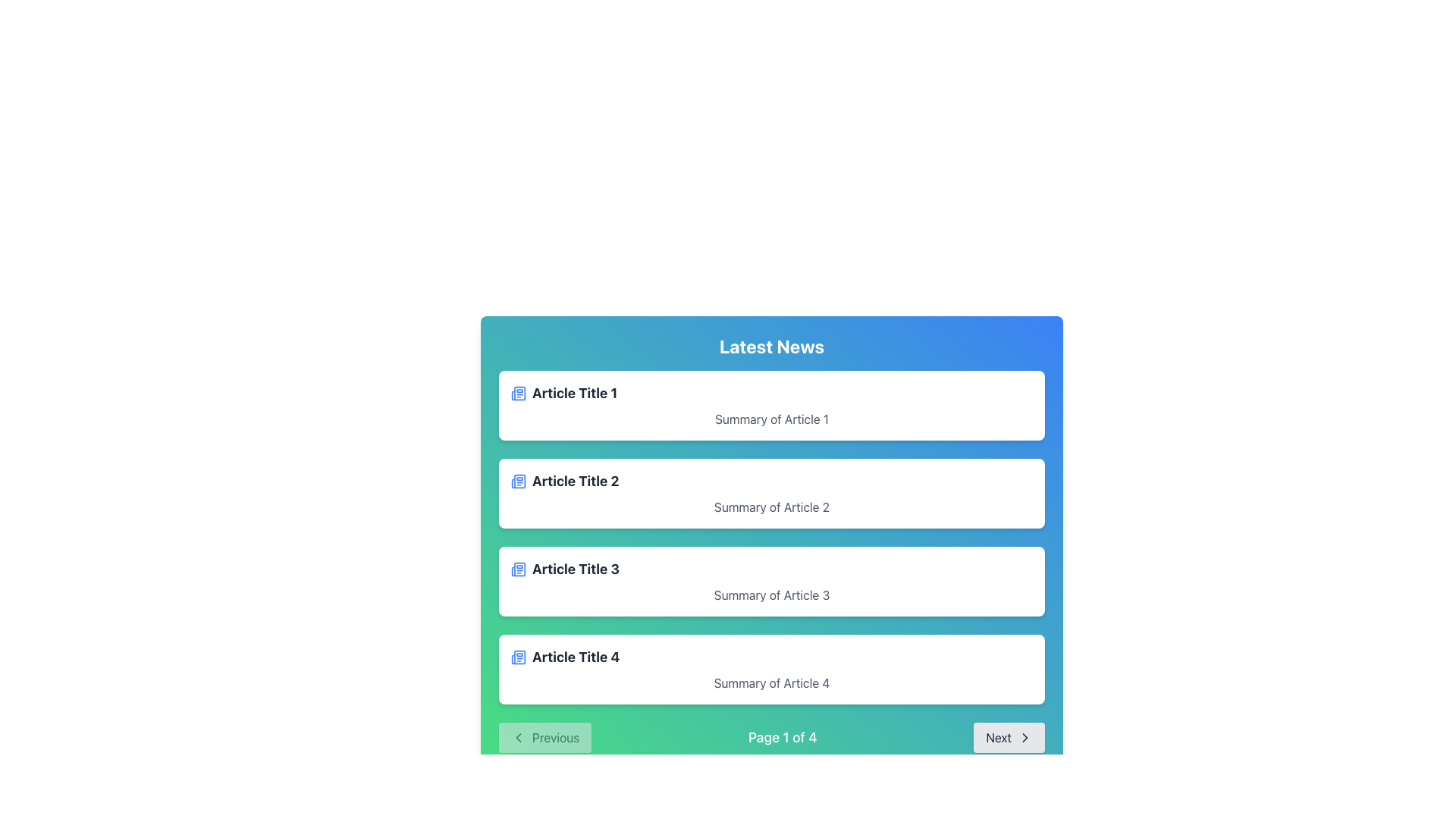  I want to click on text information from the Text Label located below 'Article Title 2' in the second card of article summaries, so click(771, 507).